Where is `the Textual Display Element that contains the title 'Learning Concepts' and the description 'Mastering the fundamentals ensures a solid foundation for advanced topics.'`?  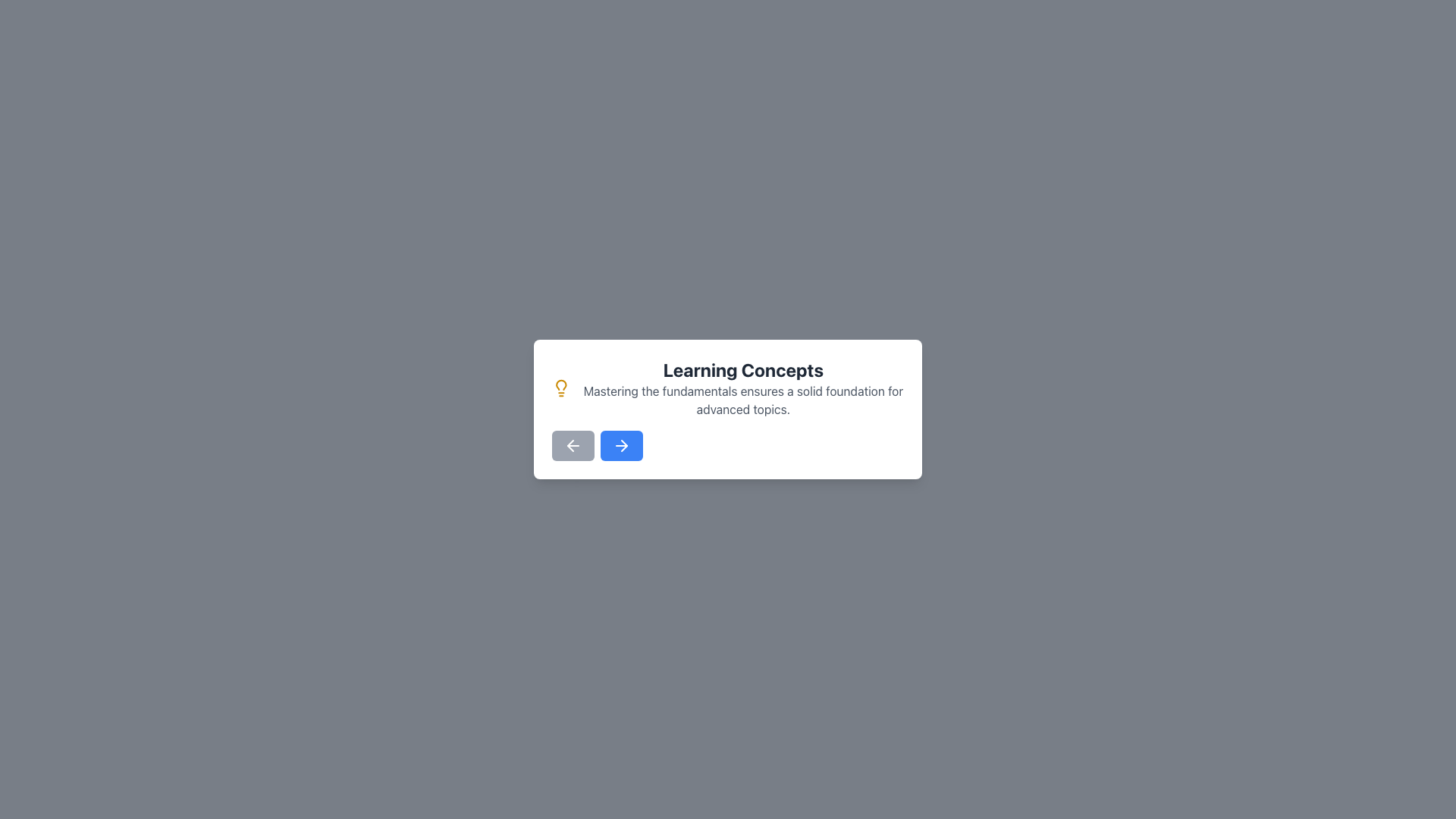
the Textual Display Element that contains the title 'Learning Concepts' and the description 'Mastering the fundamentals ensures a solid foundation for advanced topics.' is located at coordinates (743, 388).